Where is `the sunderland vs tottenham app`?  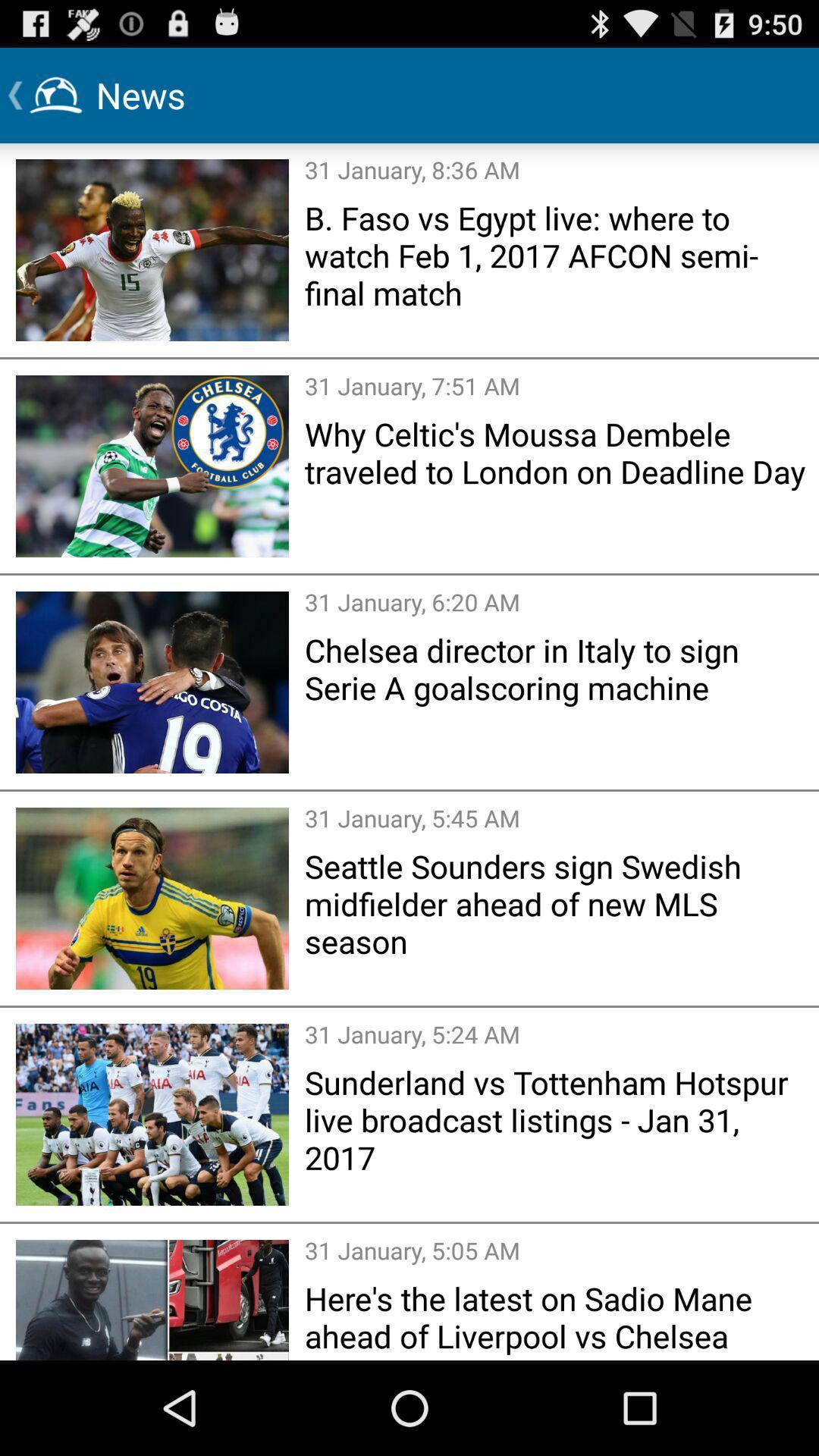
the sunderland vs tottenham app is located at coordinates (557, 1119).